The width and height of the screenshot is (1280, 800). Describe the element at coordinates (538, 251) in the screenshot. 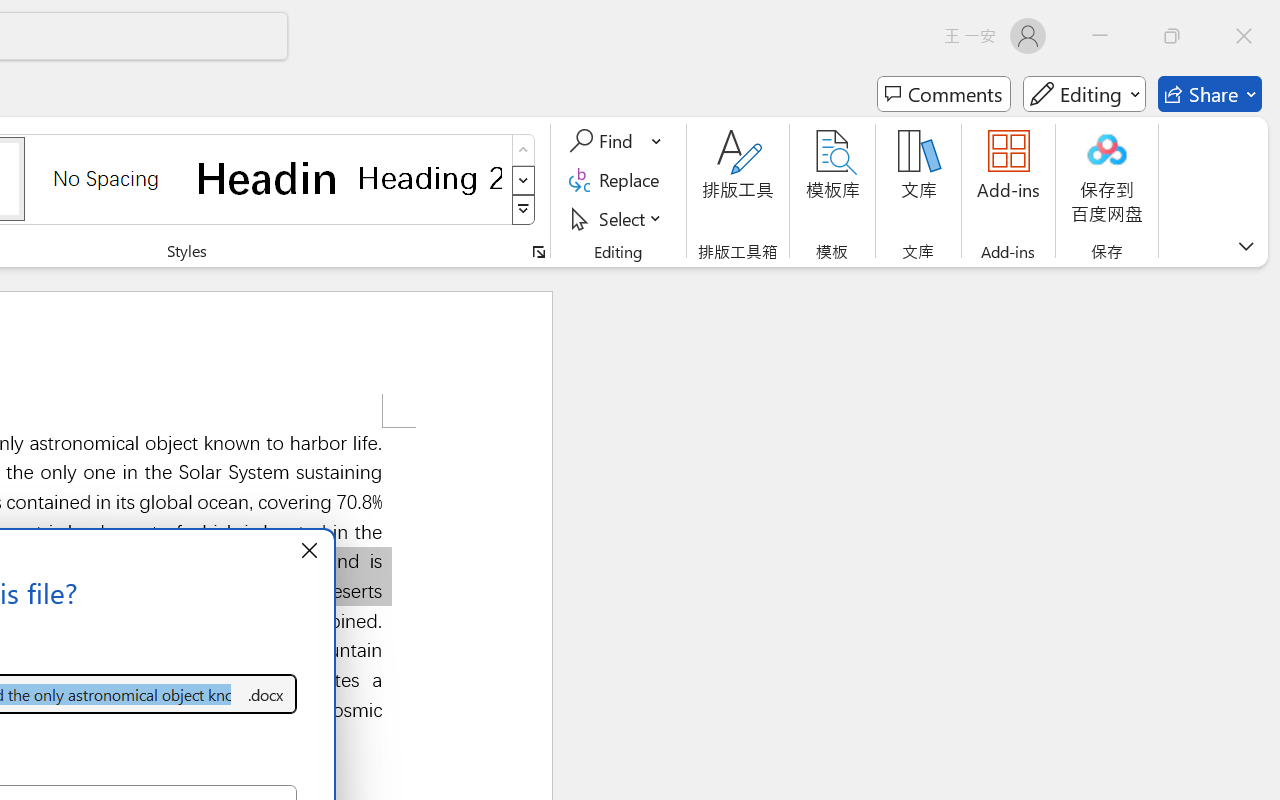

I see `'Styles...'` at that location.